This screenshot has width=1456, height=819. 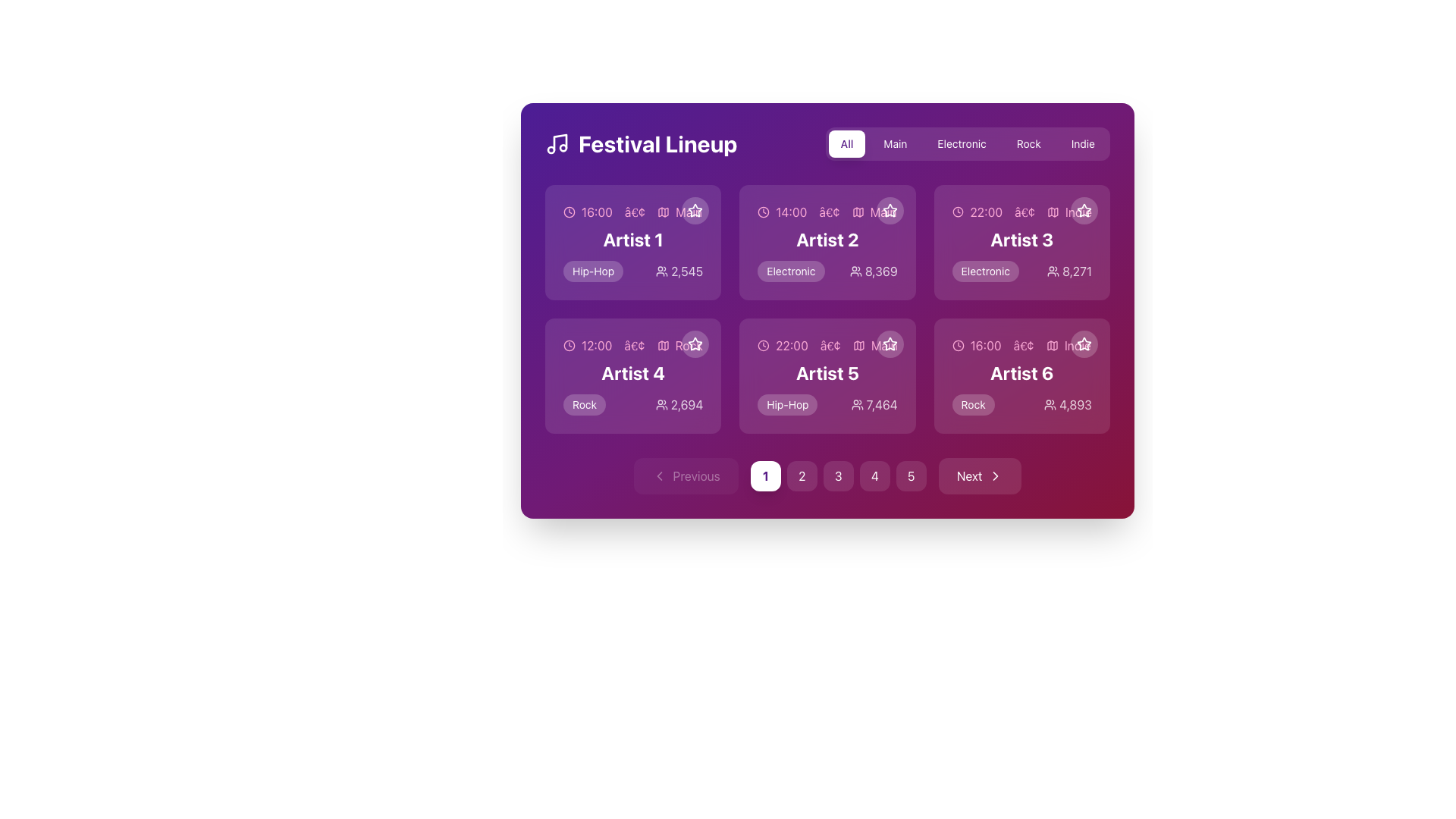 I want to click on the informational text displaying the time ('12:00') and genre ('rock') for 'Artist 4' located at the top-left section of the card in the 'Festival Lineup' grid, so click(x=633, y=345).